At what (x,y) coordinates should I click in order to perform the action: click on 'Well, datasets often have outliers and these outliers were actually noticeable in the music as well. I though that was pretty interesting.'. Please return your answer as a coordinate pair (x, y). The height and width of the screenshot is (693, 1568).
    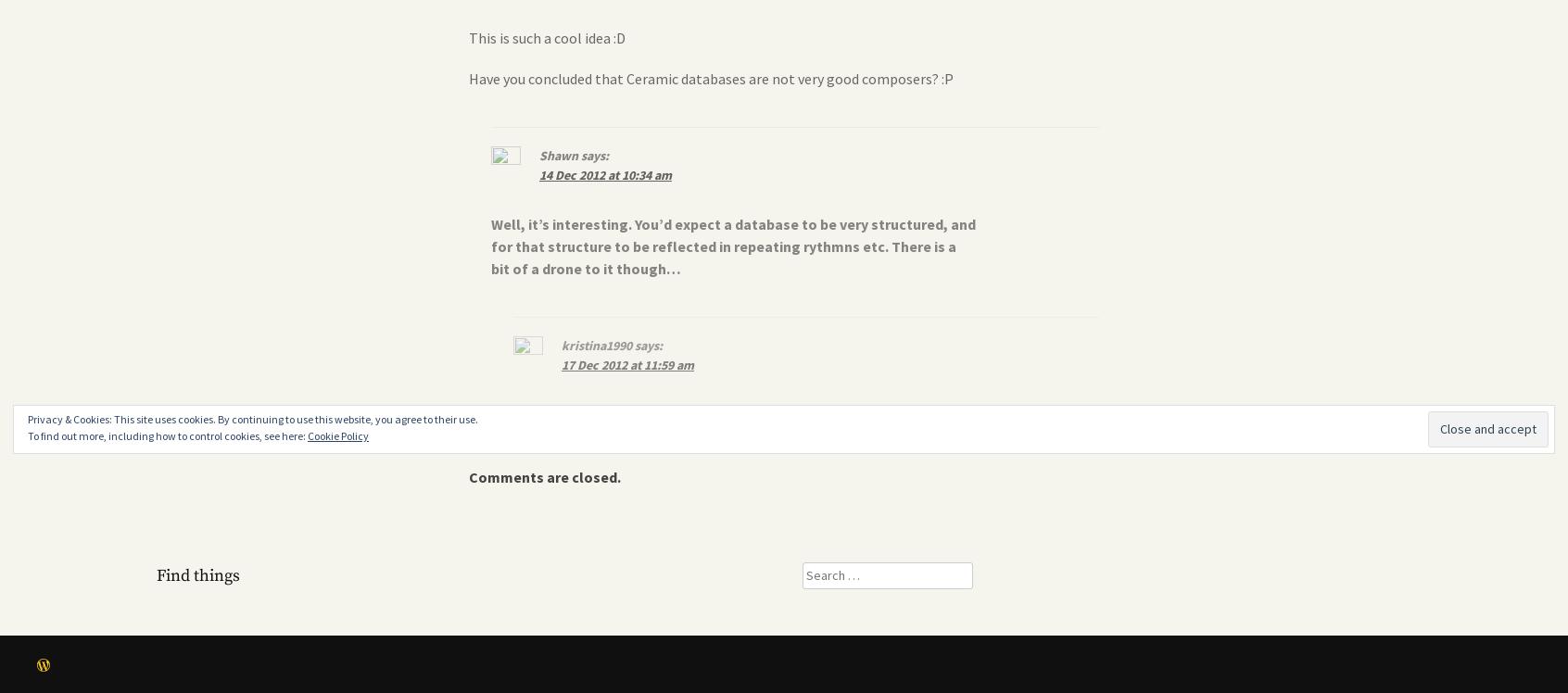
    Looking at the image, I should click on (743, 423).